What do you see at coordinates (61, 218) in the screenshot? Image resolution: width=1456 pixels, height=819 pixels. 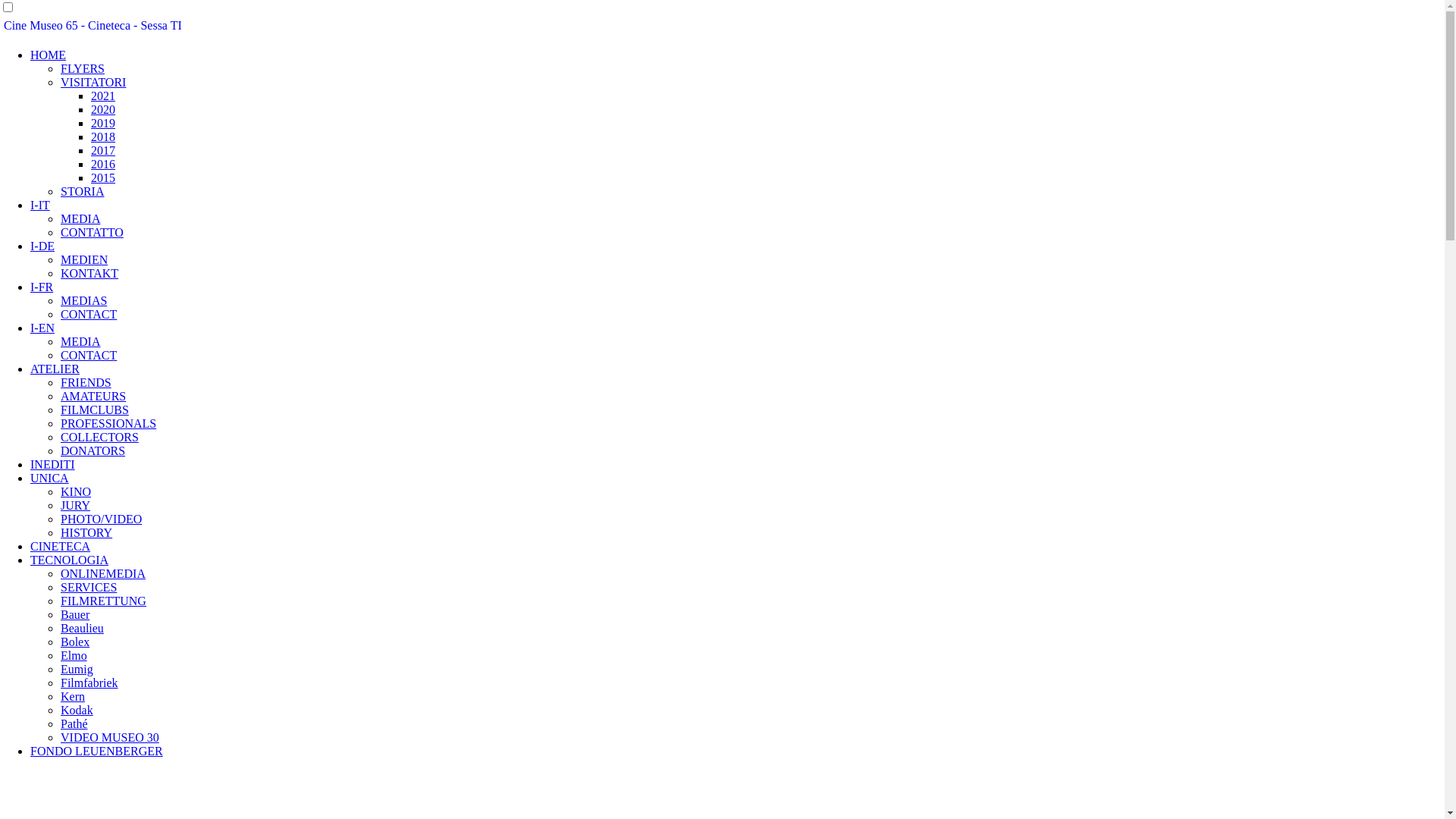 I see `'MEDIA'` at bounding box center [61, 218].